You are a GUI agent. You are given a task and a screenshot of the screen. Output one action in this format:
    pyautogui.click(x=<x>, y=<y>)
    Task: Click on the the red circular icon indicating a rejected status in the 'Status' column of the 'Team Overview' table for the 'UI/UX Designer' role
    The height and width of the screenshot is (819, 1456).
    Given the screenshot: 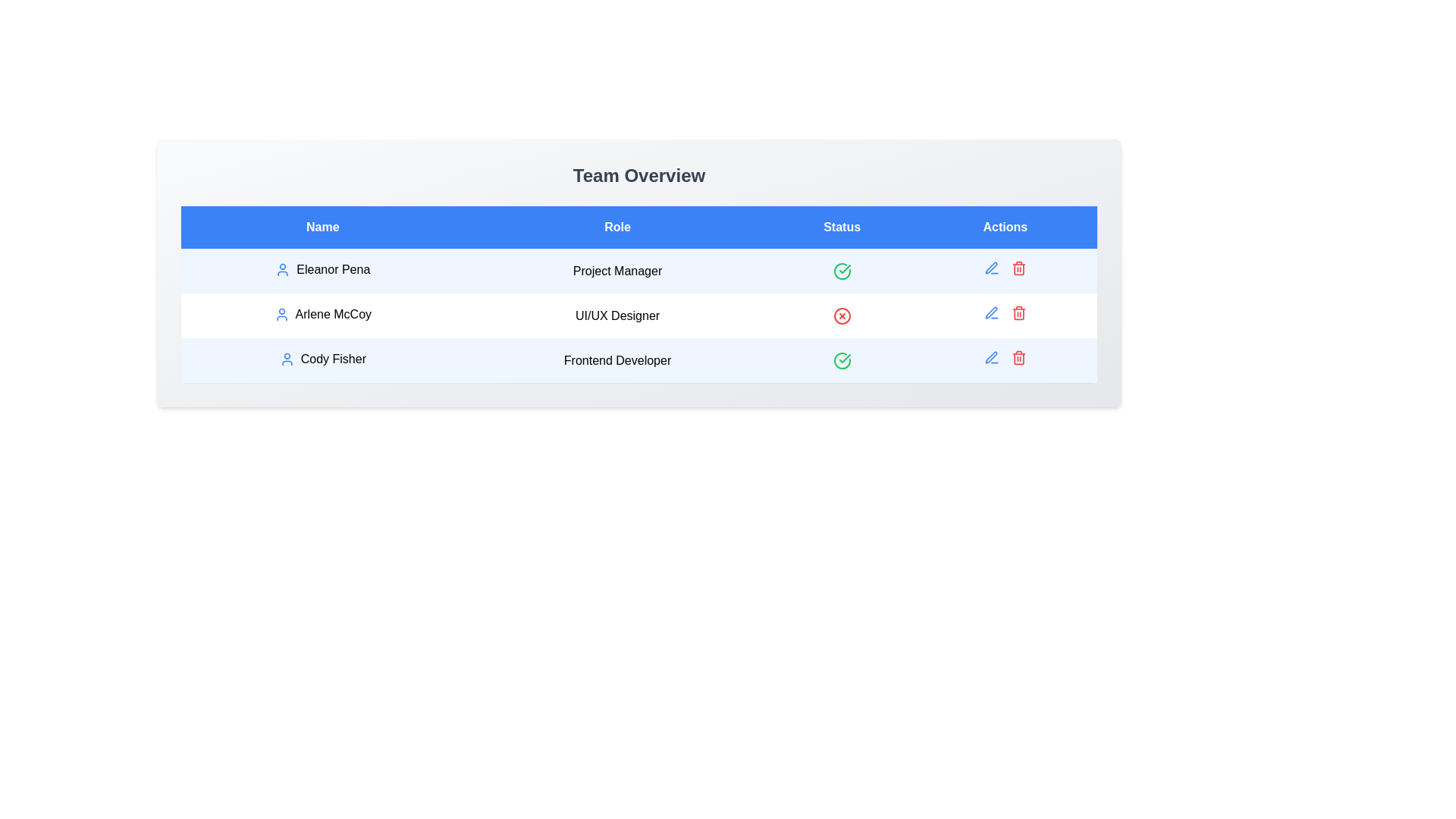 What is the action you would take?
    pyautogui.click(x=841, y=315)
    